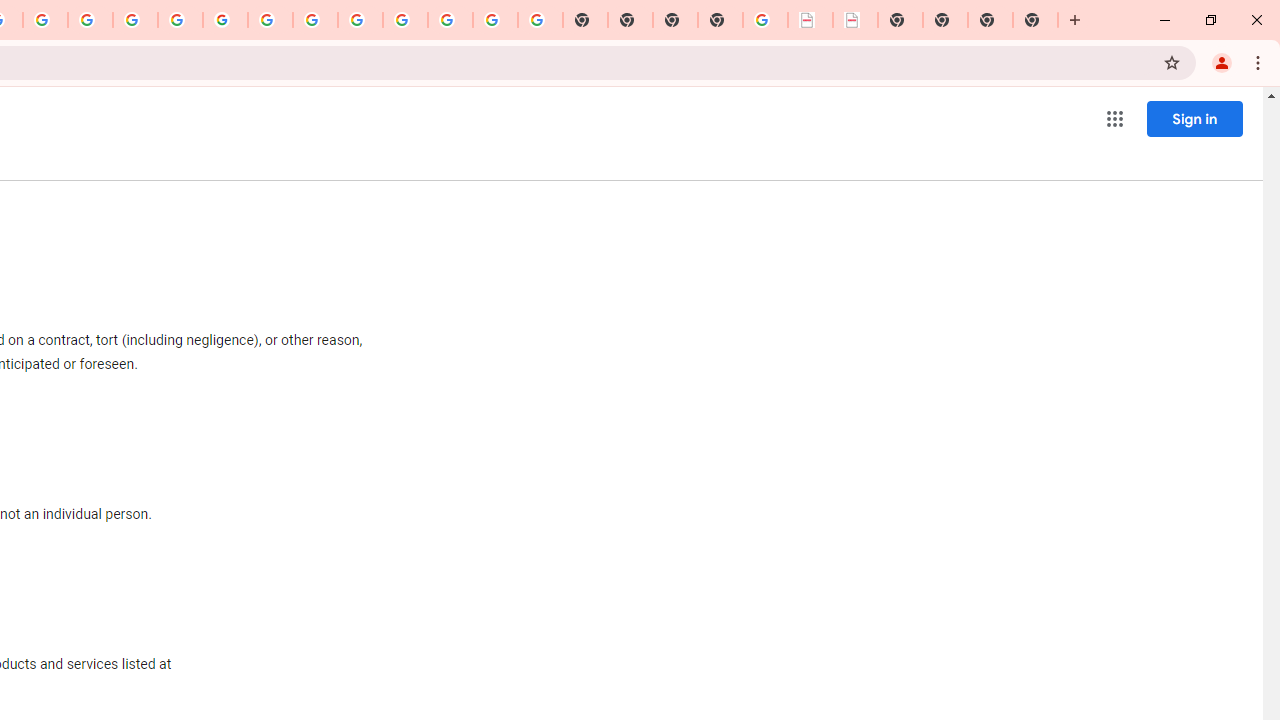 This screenshot has width=1280, height=720. Describe the element at coordinates (1259, 61) in the screenshot. I see `'Chrome'` at that location.